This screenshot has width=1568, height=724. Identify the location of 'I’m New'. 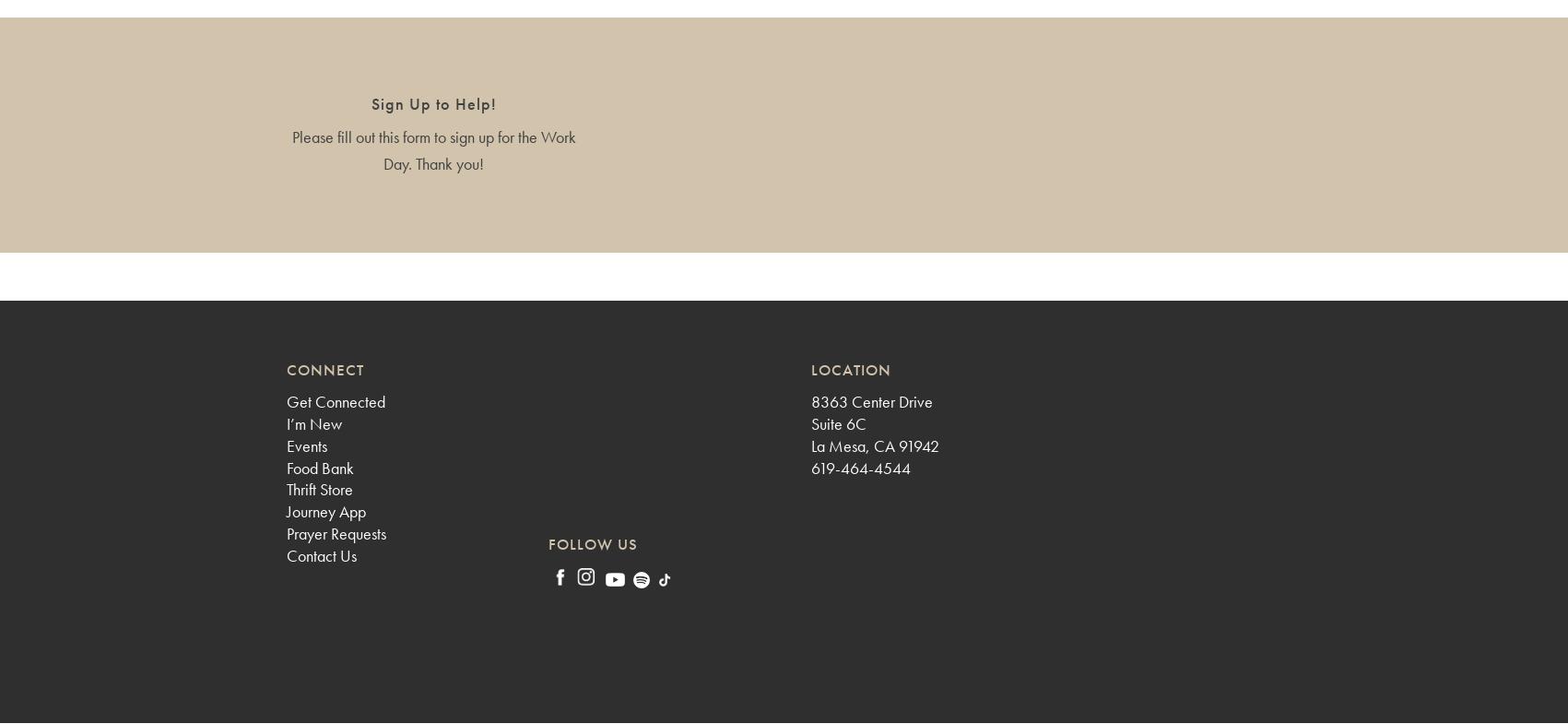
(313, 423).